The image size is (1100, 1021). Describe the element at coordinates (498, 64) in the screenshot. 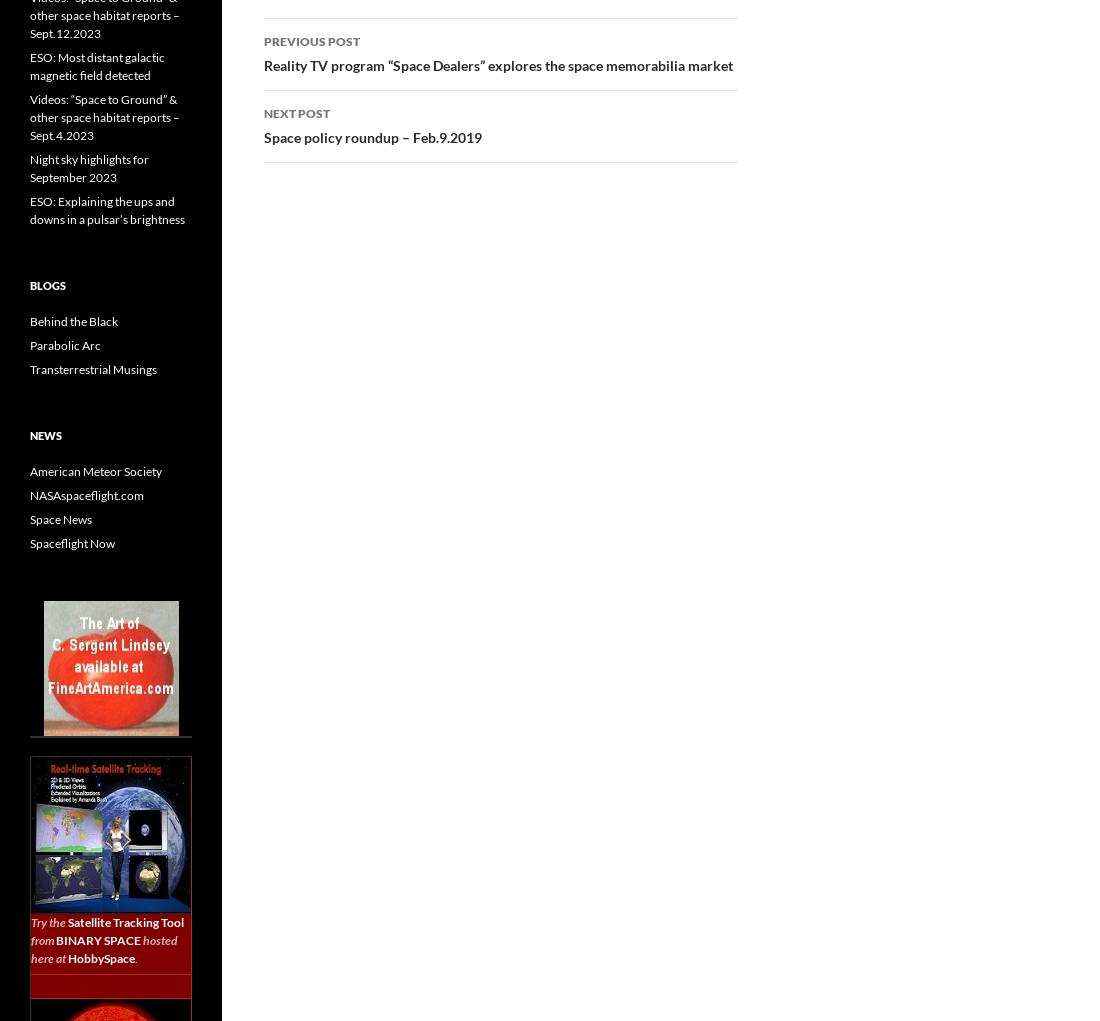

I see `'Reality TV program “Space Dealers” explores the space memorabilia market'` at that location.